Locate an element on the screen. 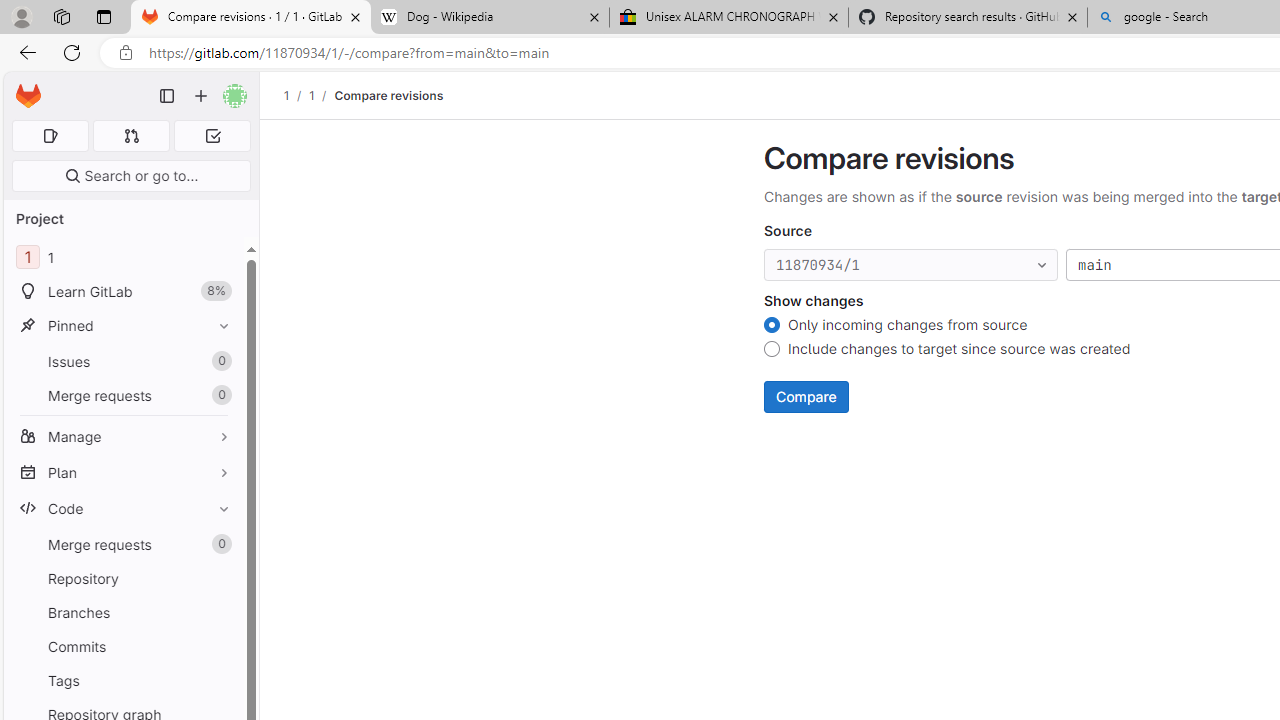  'Code' is located at coordinates (123, 507).